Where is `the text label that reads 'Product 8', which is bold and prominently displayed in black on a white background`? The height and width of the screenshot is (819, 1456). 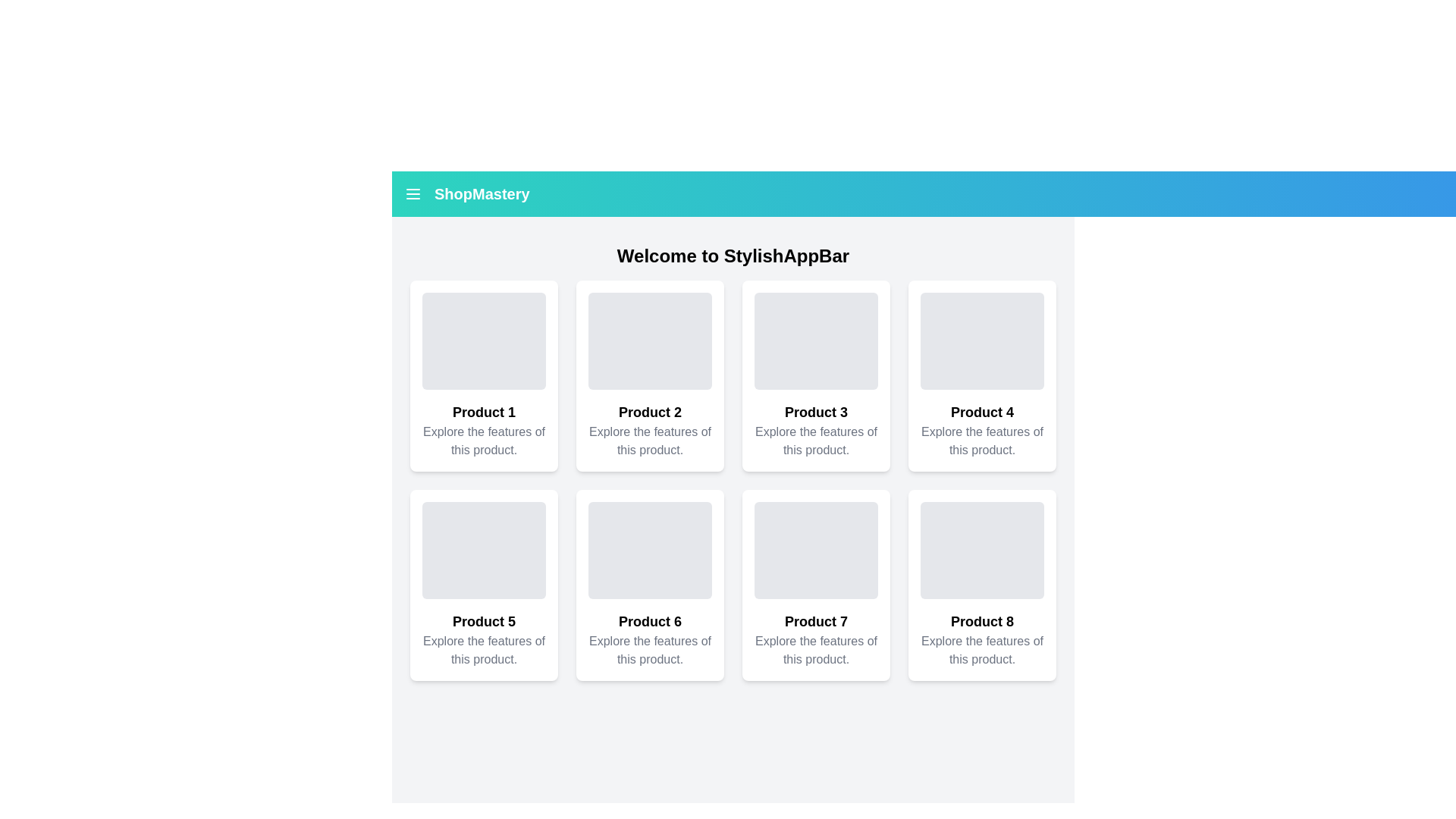 the text label that reads 'Product 8', which is bold and prominently displayed in black on a white background is located at coordinates (982, 622).